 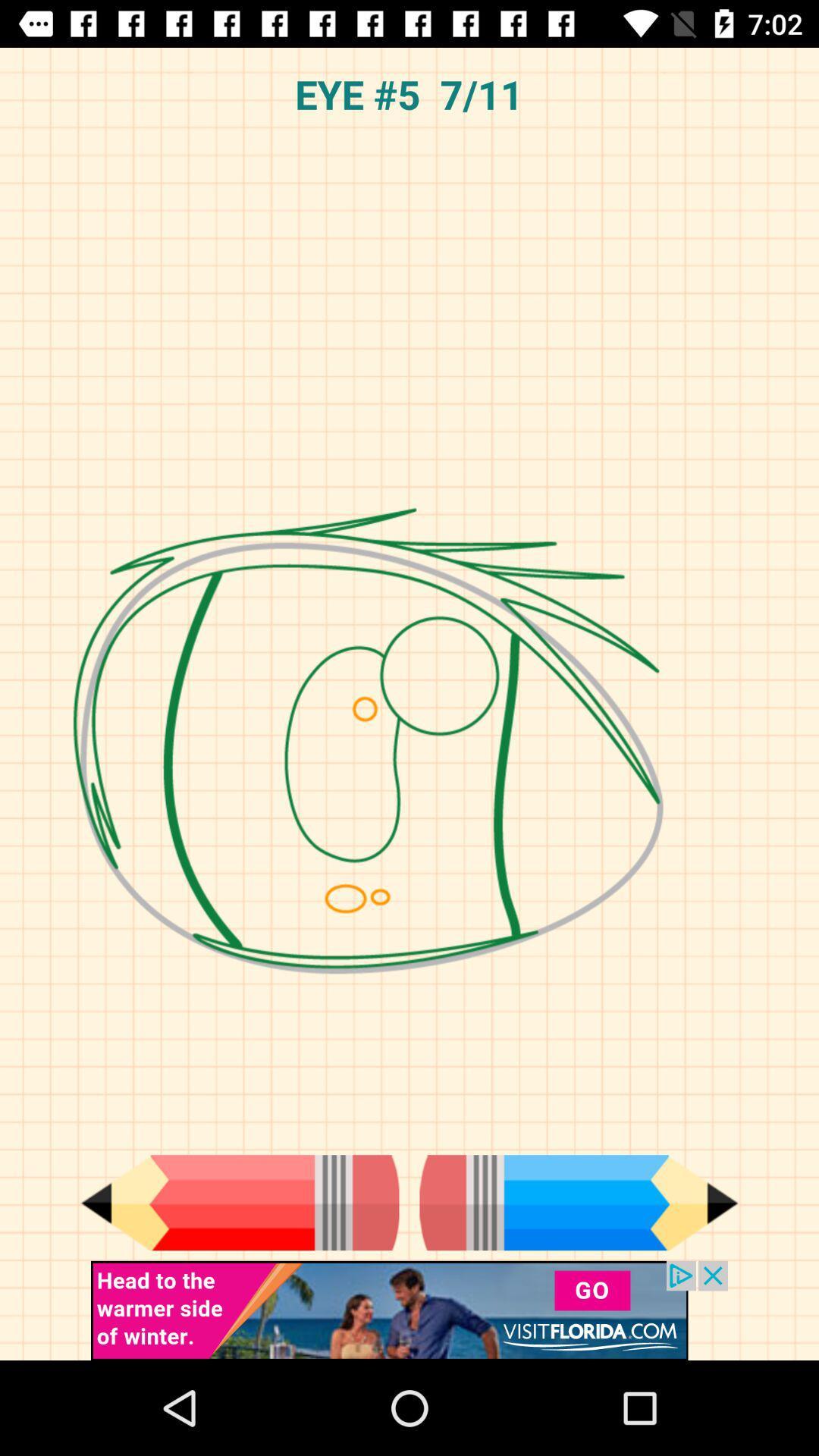 What do you see at coordinates (239, 1202) in the screenshot?
I see `red pencil option` at bounding box center [239, 1202].